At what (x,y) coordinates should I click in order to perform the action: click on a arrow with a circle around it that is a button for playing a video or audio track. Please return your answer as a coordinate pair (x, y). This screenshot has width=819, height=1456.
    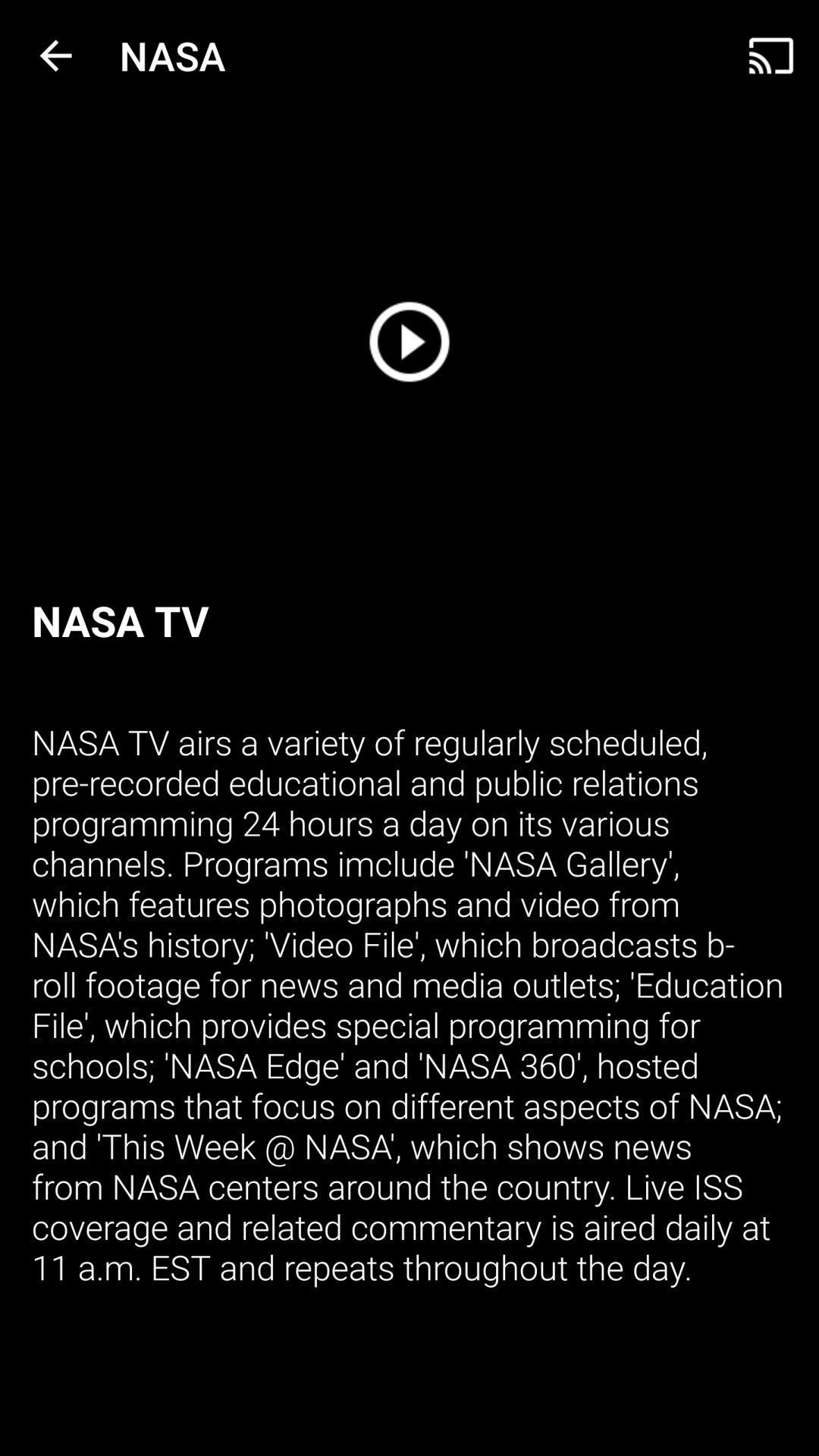
    Looking at the image, I should click on (409, 340).